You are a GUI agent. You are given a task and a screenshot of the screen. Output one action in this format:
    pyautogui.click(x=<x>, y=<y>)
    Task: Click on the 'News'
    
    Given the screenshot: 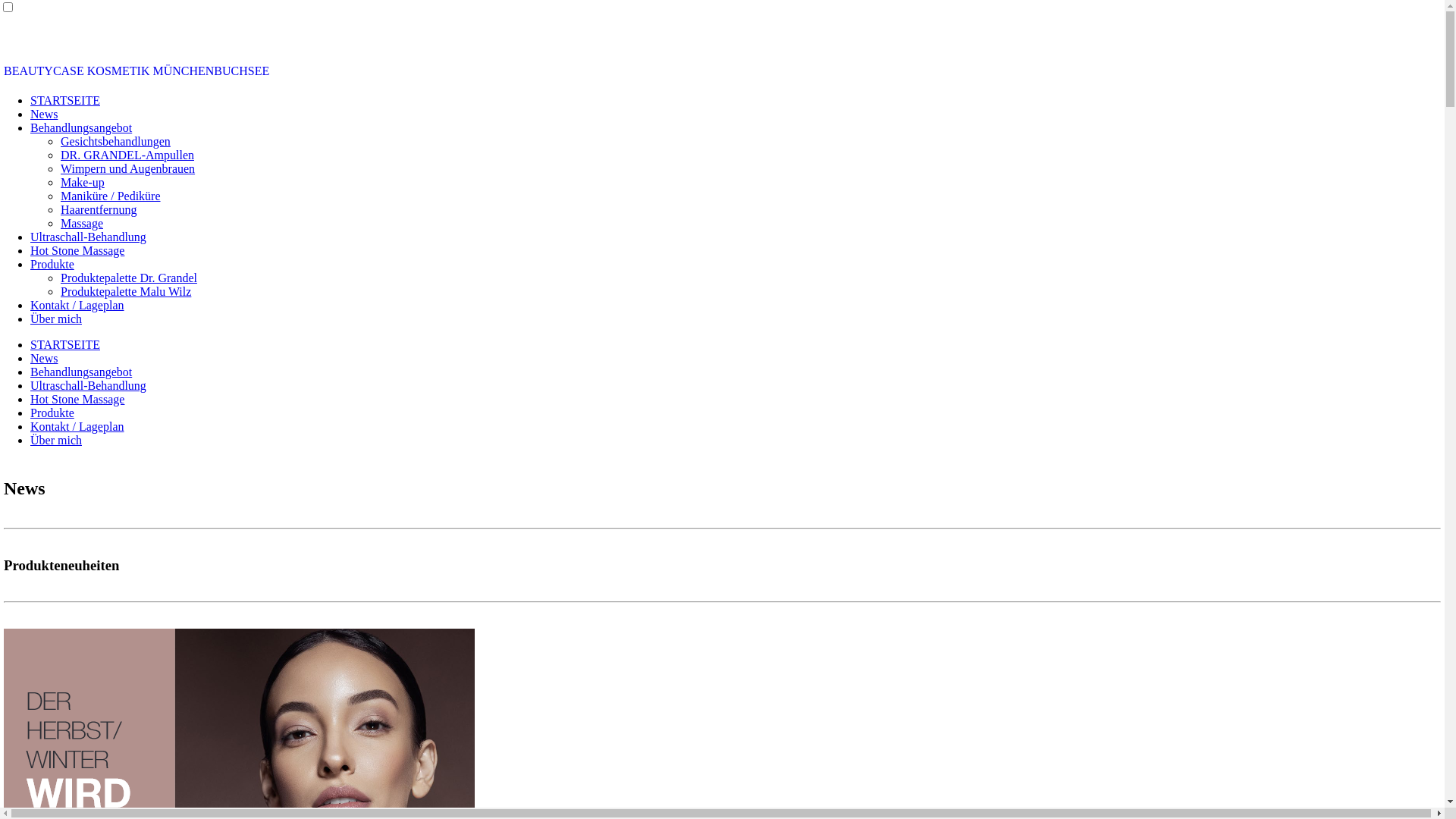 What is the action you would take?
    pyautogui.click(x=43, y=113)
    